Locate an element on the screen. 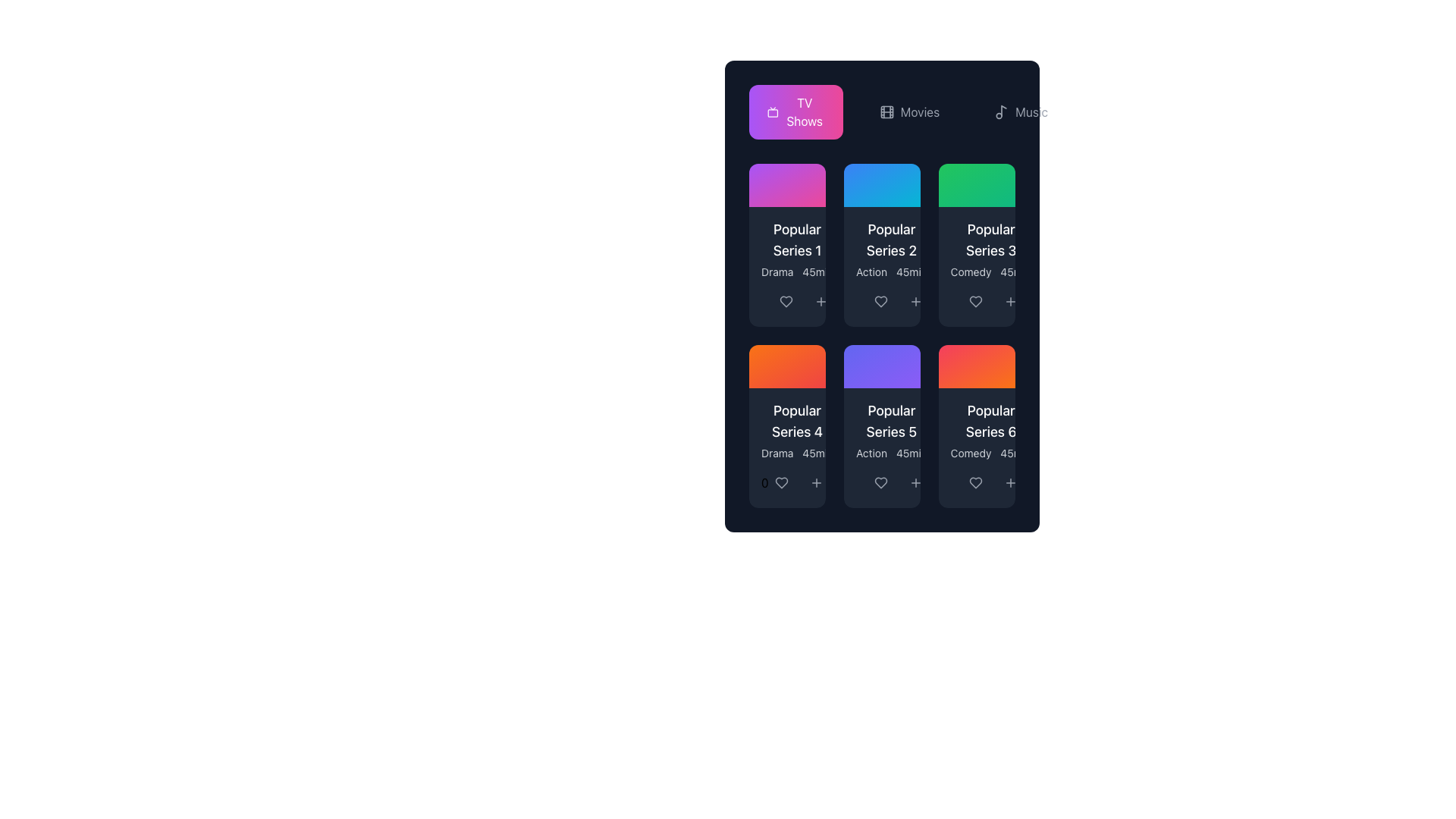  the Card element representing a media item from the second row, second column of the grid layout is located at coordinates (882, 334).